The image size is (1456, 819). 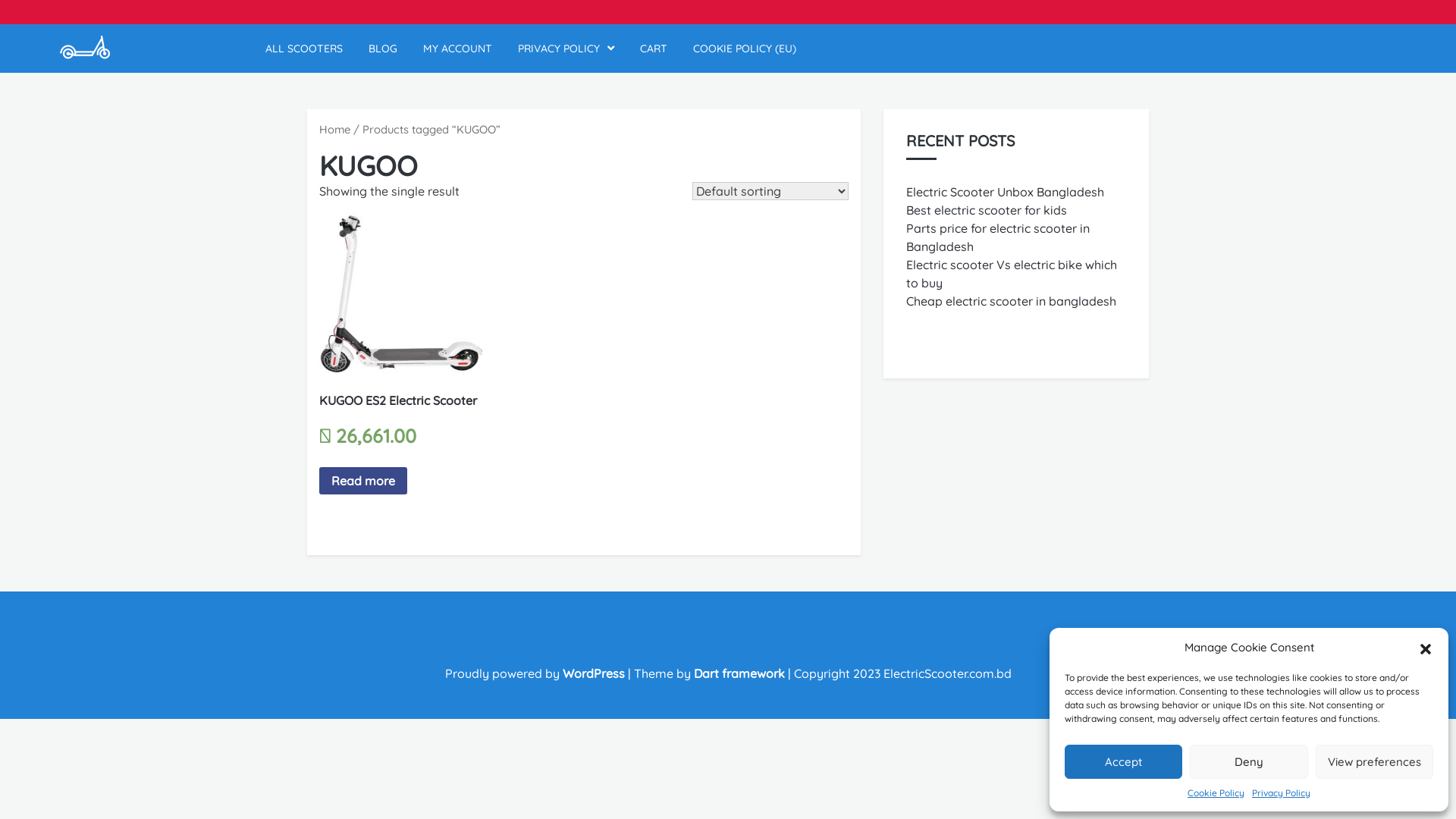 I want to click on 'Cookie Policy', so click(x=1186, y=792).